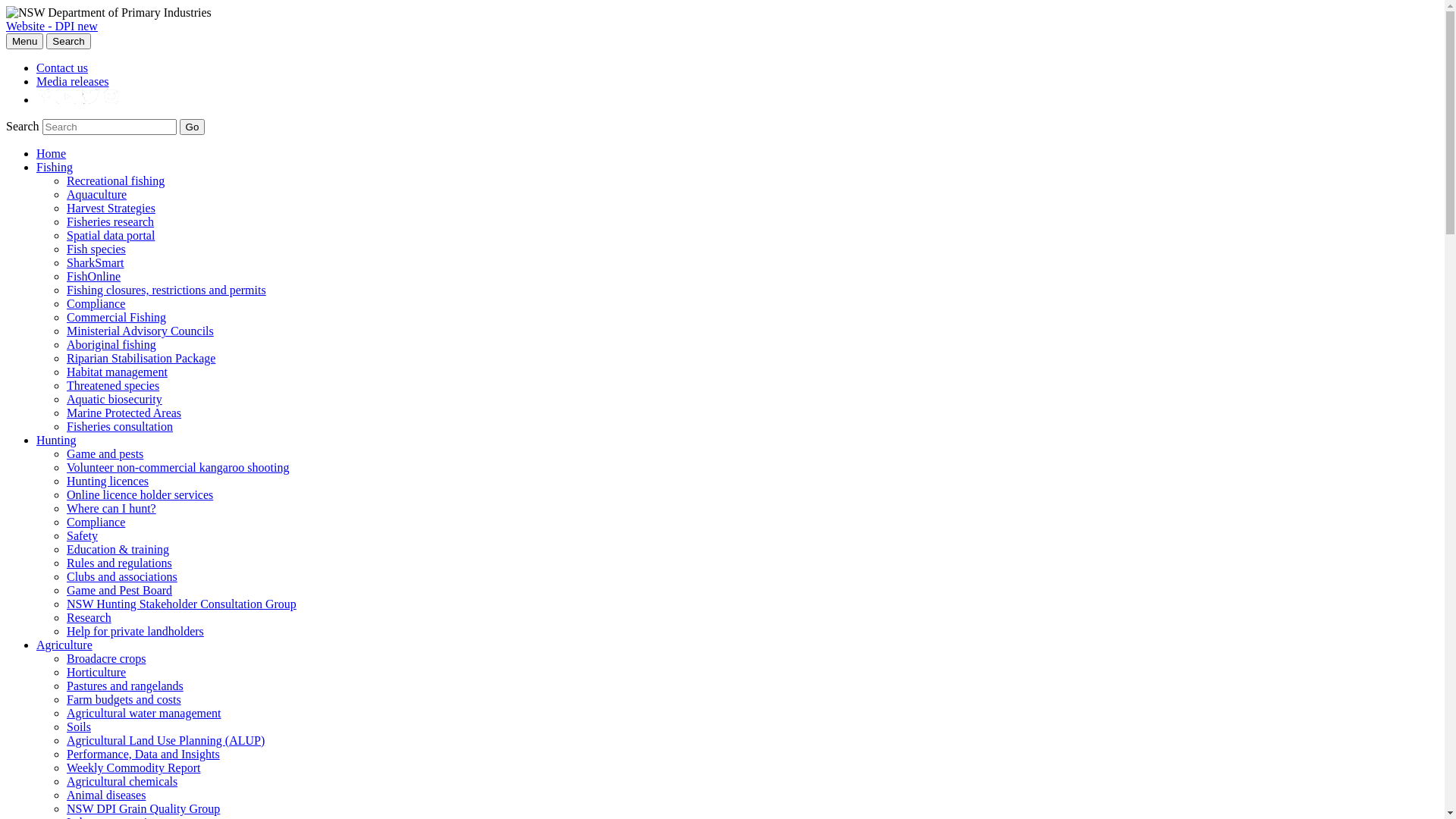 Image resolution: width=1456 pixels, height=819 pixels. Describe the element at coordinates (124, 699) in the screenshot. I see `'Farm budgets and costs'` at that location.